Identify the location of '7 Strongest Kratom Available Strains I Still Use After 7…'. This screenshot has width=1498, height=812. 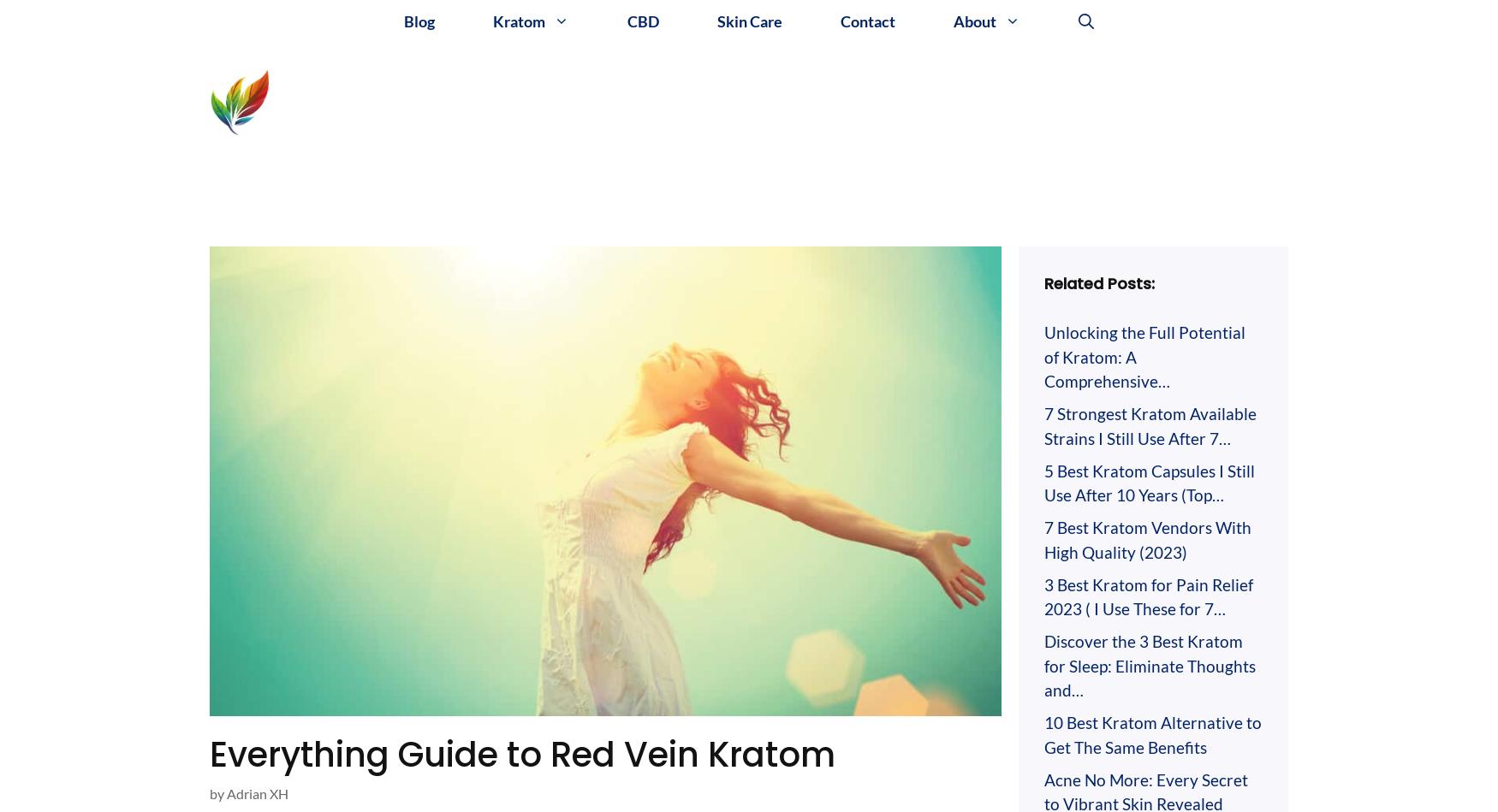
(1150, 424).